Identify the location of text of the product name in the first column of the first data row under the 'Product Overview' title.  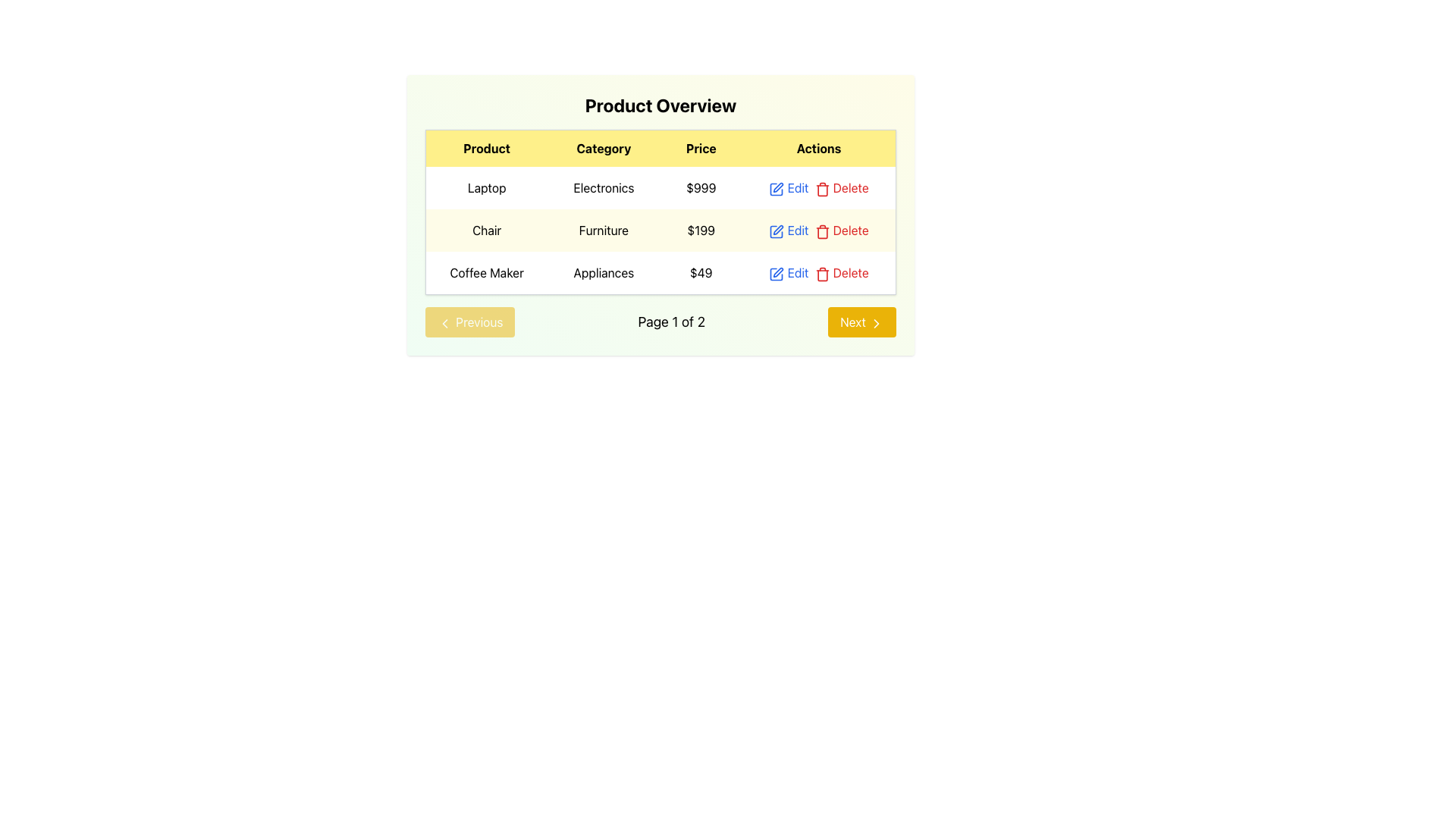
(486, 187).